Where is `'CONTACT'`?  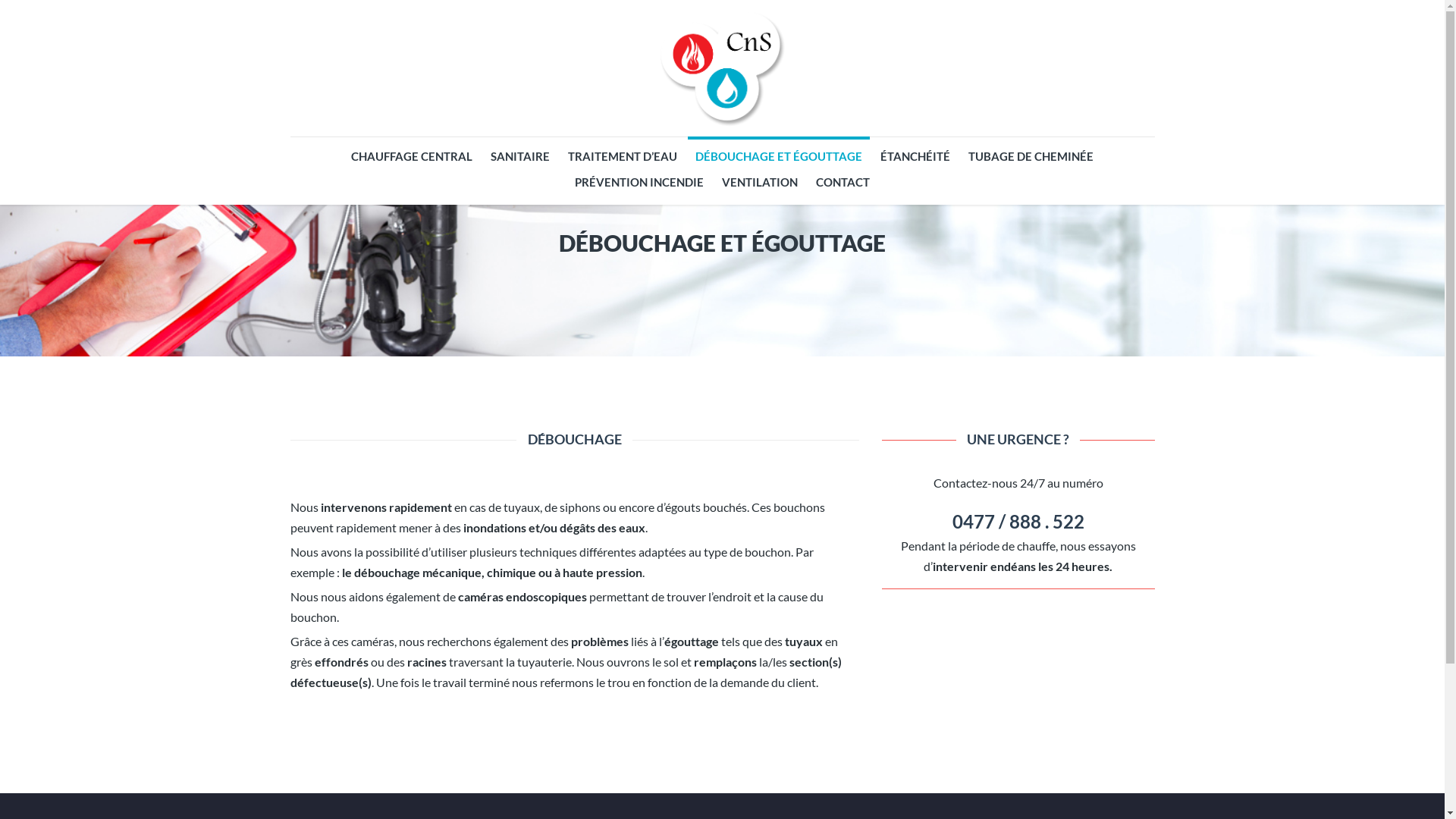 'CONTACT' is located at coordinates (842, 180).